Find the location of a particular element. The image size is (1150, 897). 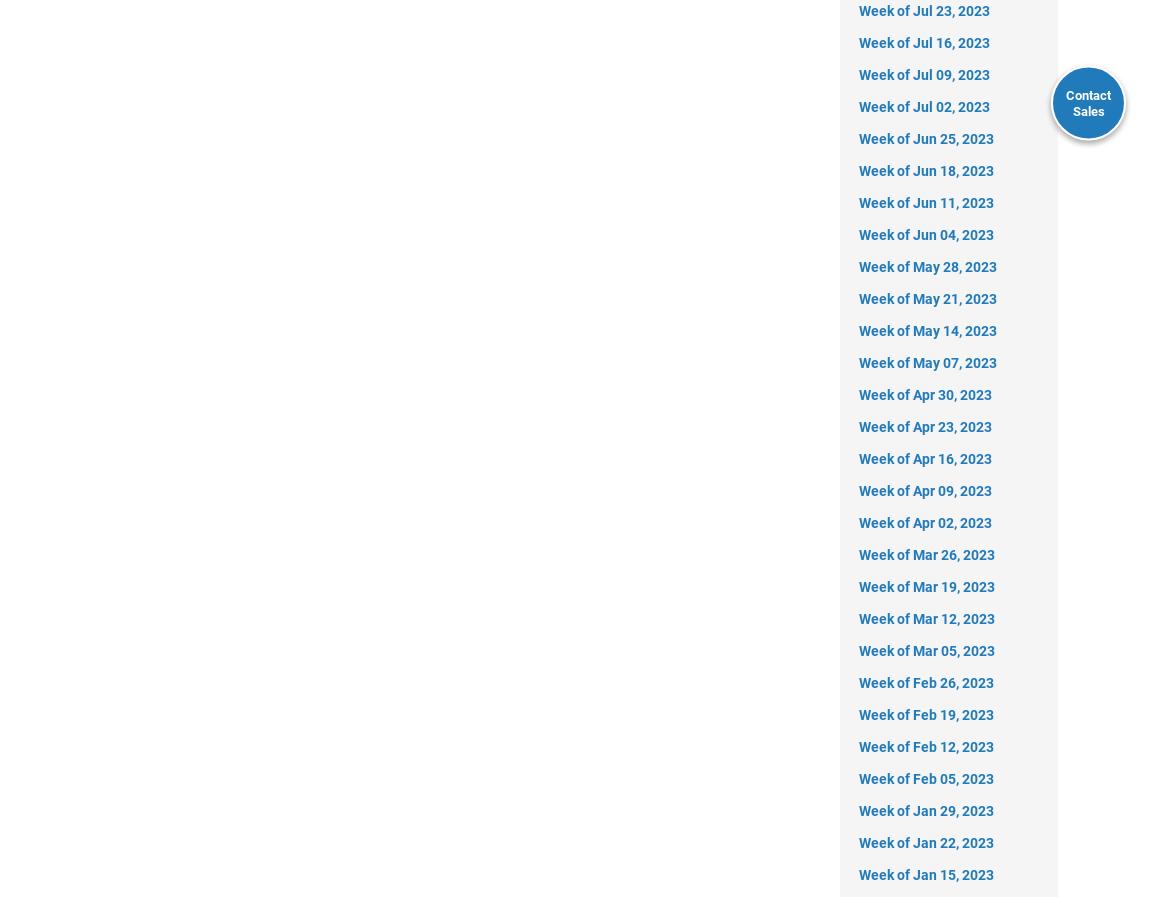

'Week of Jul 23, 2023' is located at coordinates (924, 8).